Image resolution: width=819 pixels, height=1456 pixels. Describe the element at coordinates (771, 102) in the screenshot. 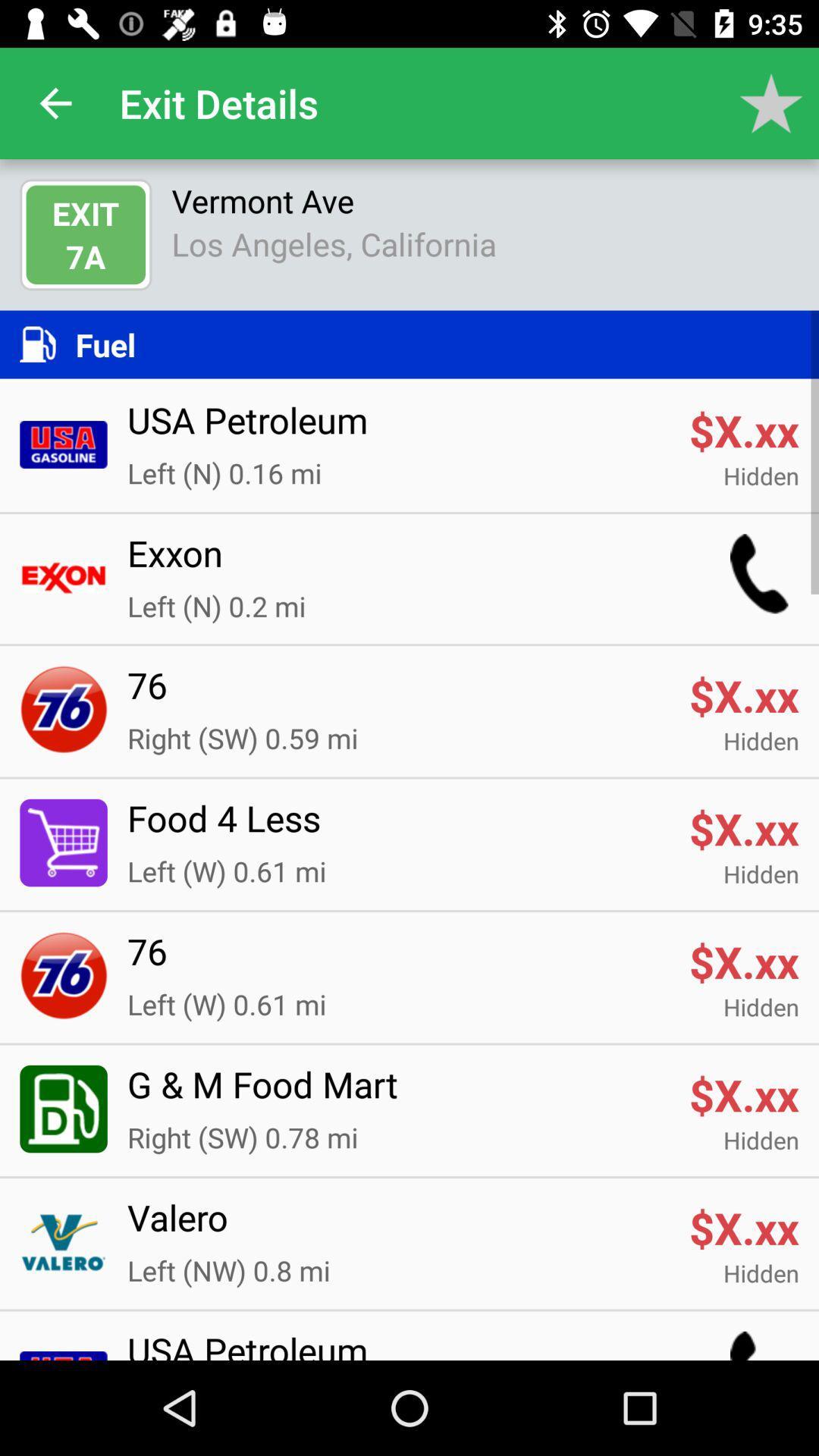

I see `app next to exit details app` at that location.